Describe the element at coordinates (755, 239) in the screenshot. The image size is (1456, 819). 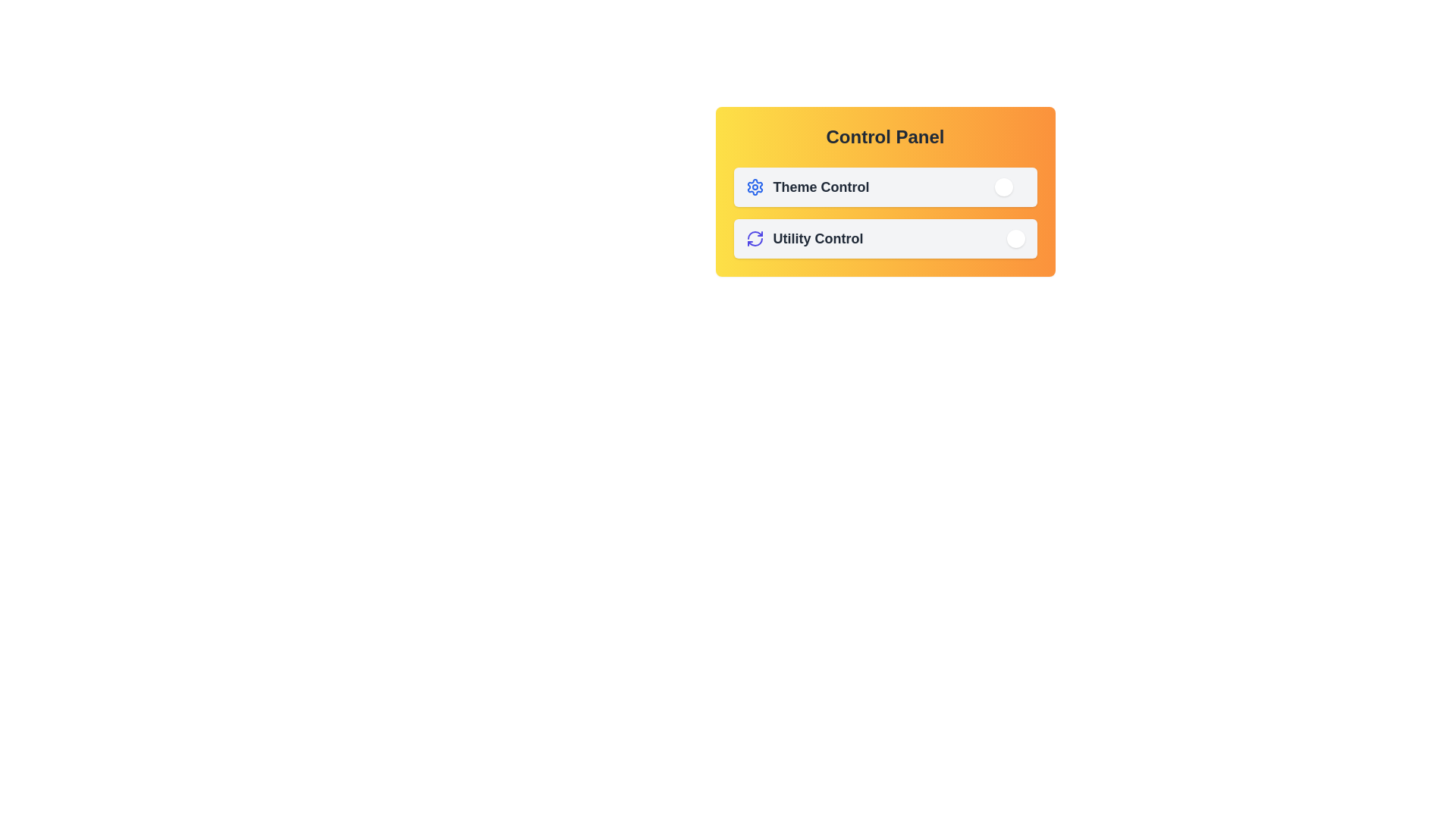
I see `the circular indigo icon with two arrows forming a clockwise loop, located to the left of 'Utility Control' within the orange-yellow 'Control Panel' card` at that location.